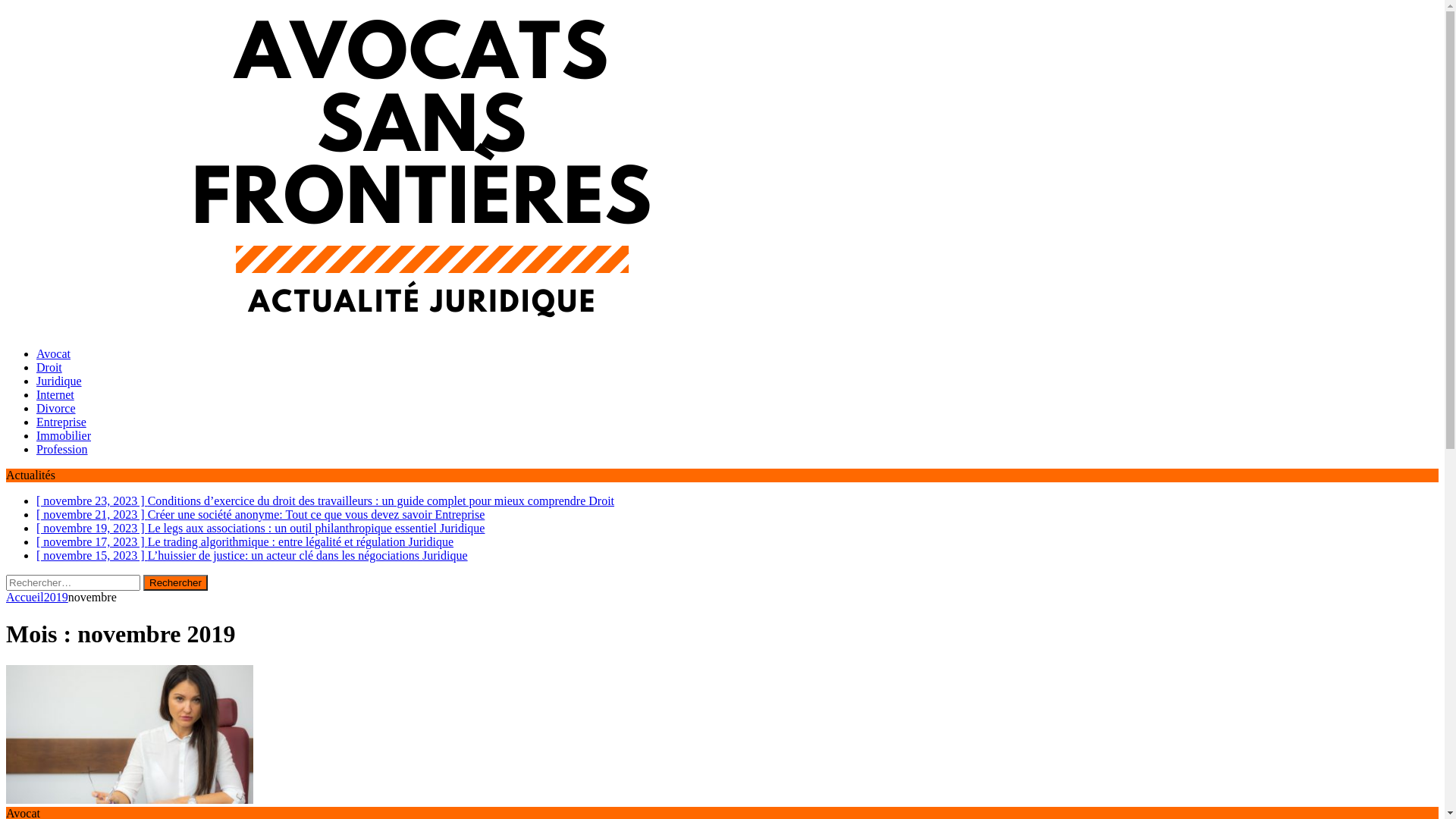 Image resolution: width=1456 pixels, height=819 pixels. I want to click on 'Droit', so click(49, 367).